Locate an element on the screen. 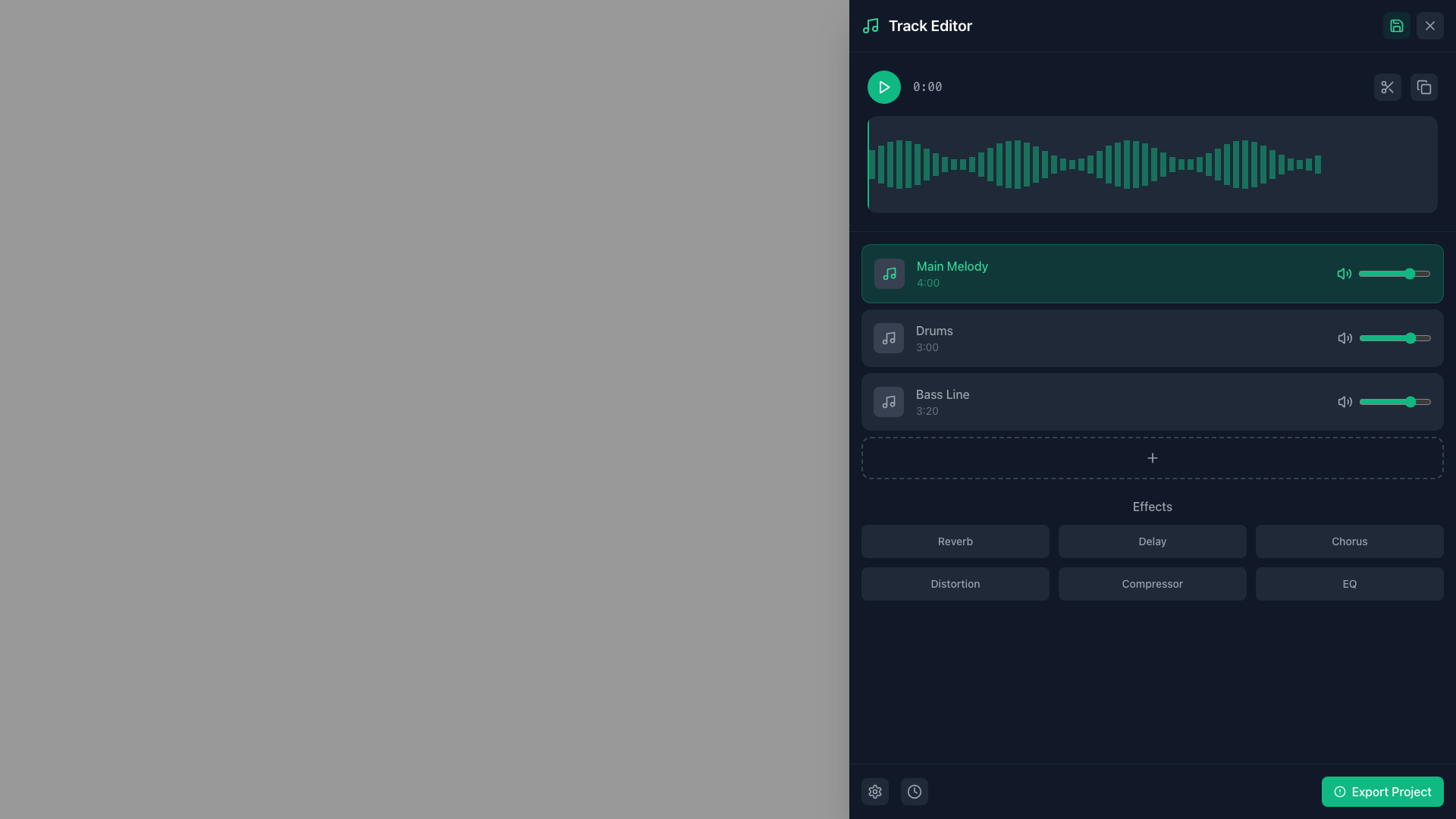 The height and width of the screenshot is (819, 1456). the volume slider is located at coordinates (1363, 337).